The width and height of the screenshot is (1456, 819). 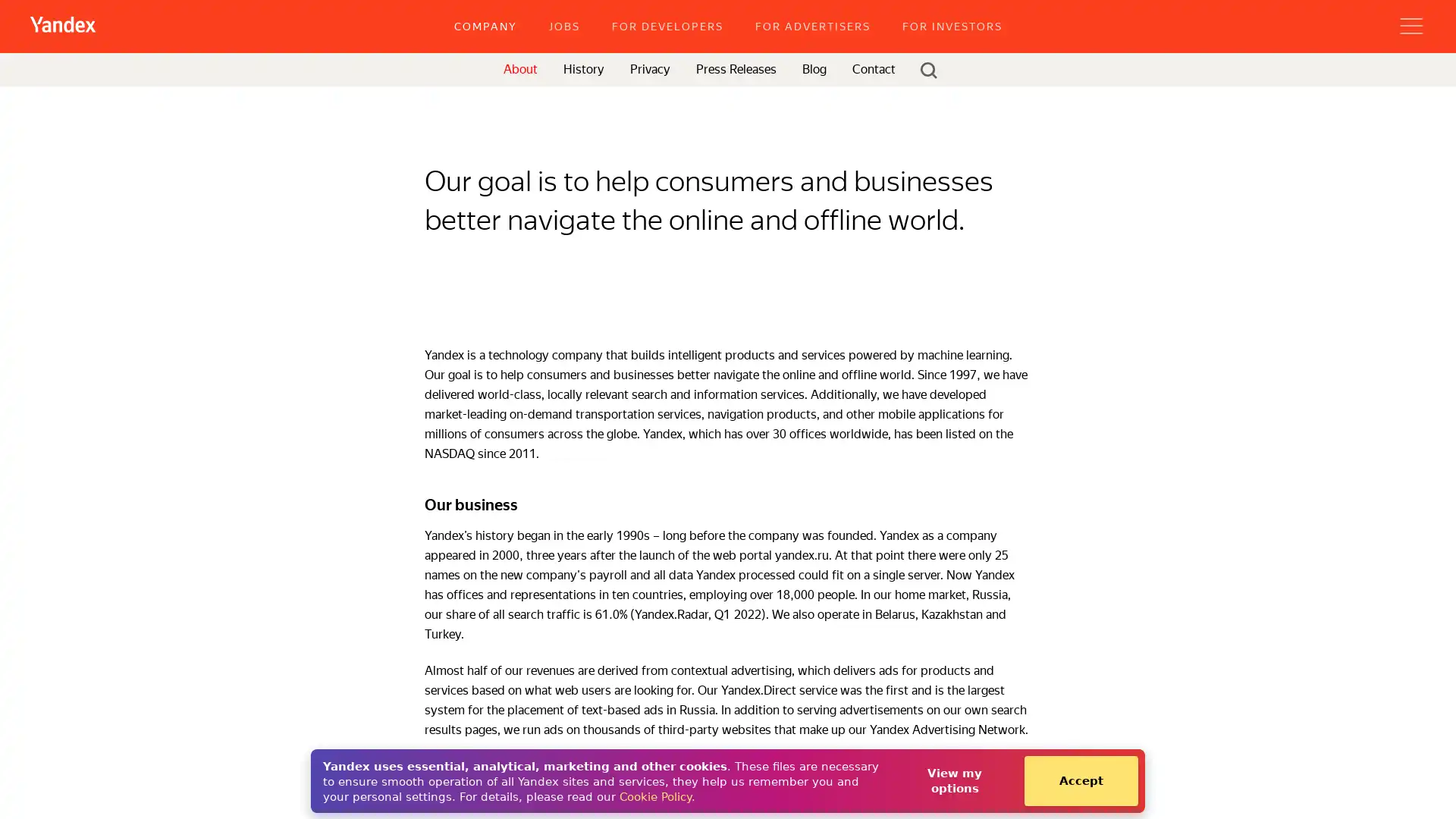 I want to click on Accept, so click(x=1080, y=780).